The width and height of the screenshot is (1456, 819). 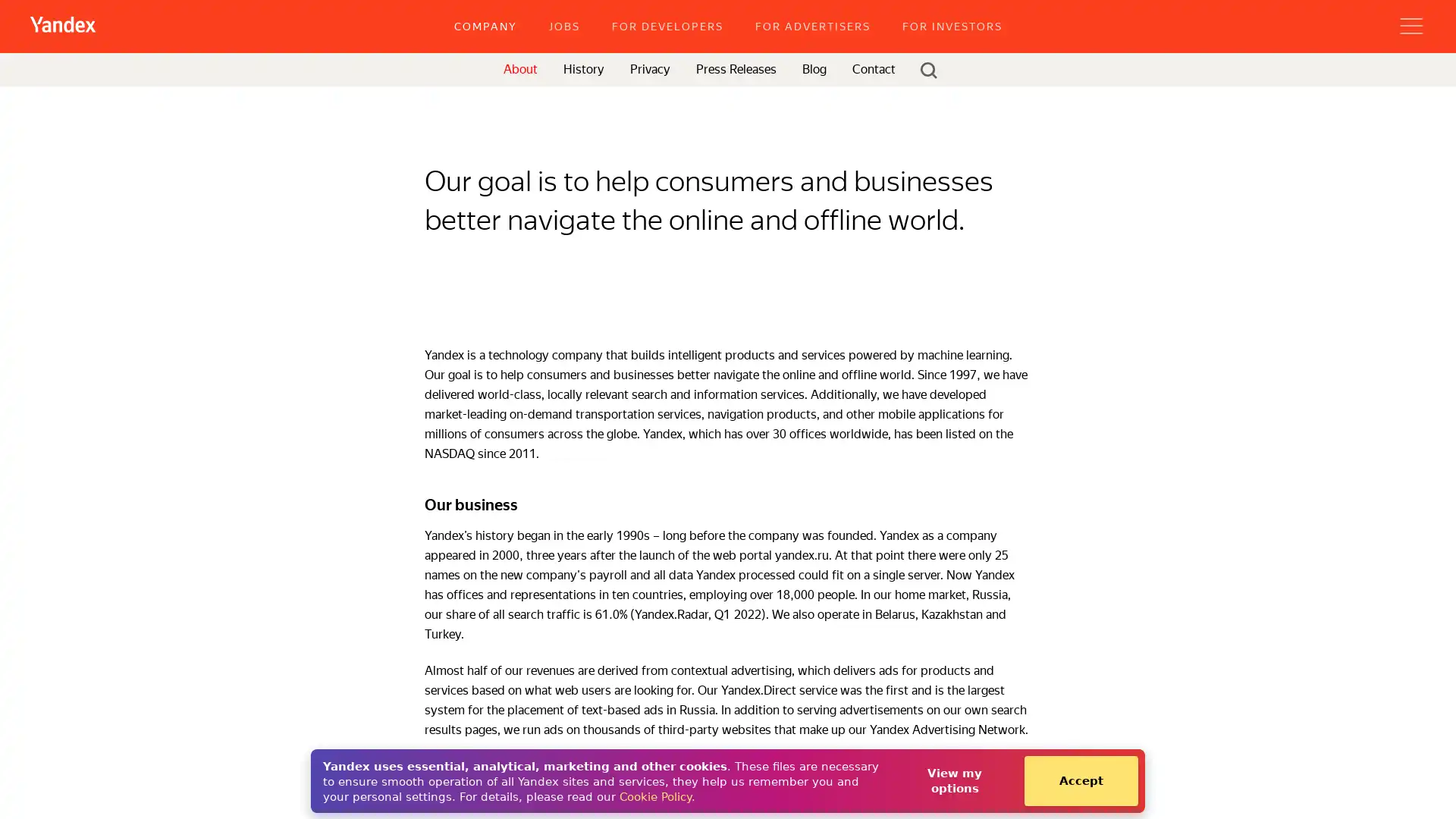 I want to click on Accept, so click(x=1080, y=780).